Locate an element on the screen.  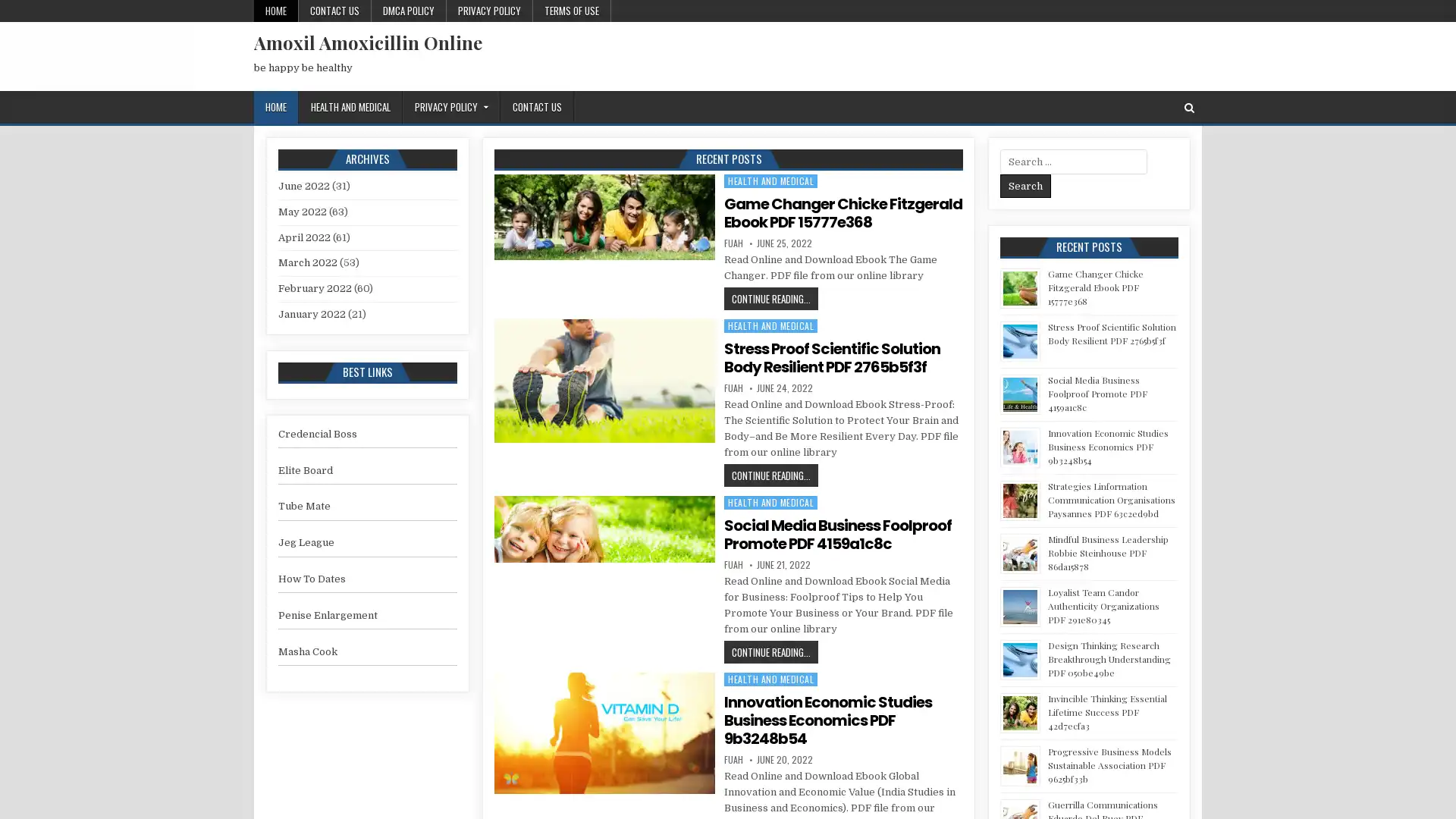
Search is located at coordinates (1025, 185).